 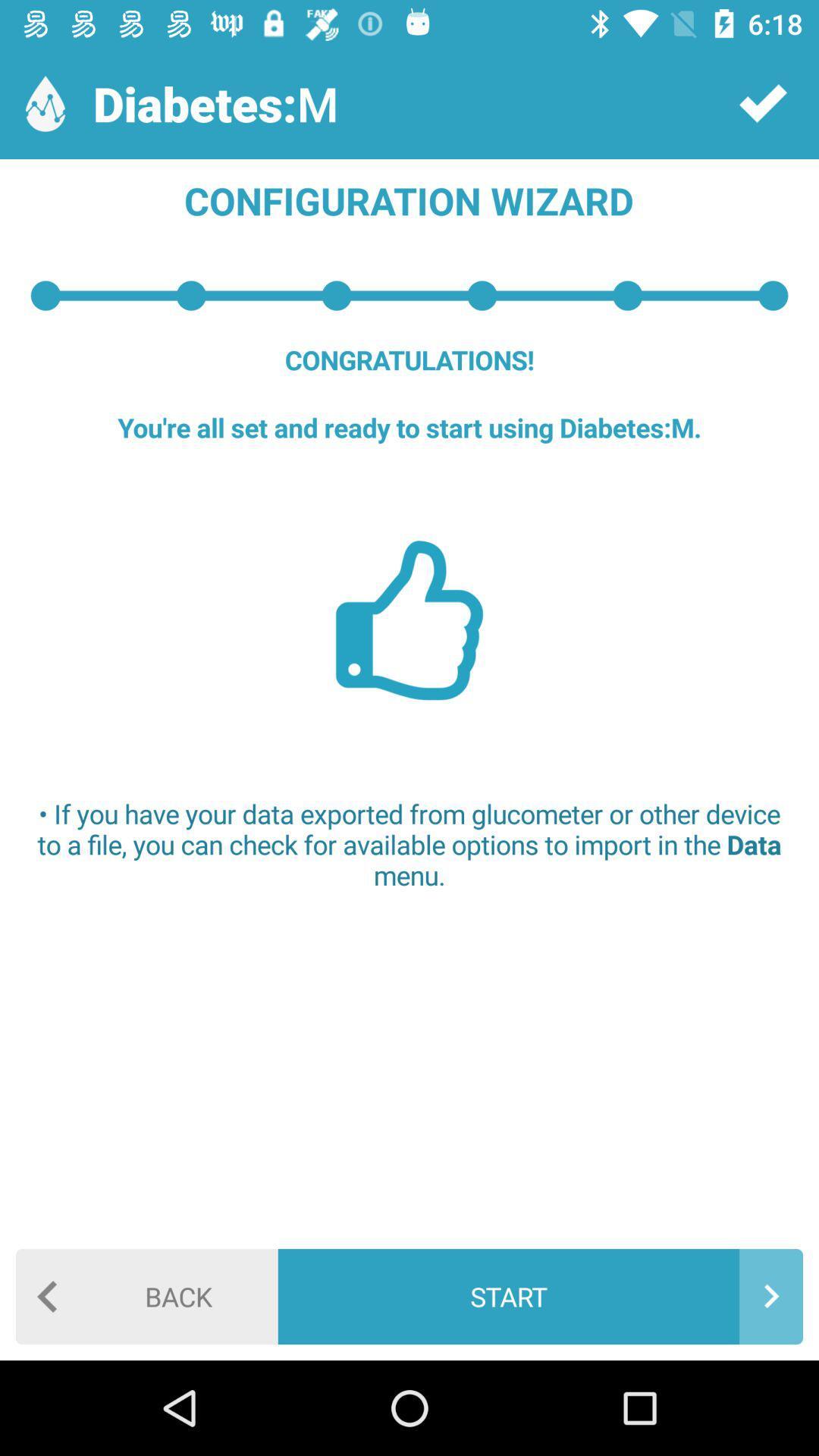 I want to click on the item below the if you have item, so click(x=146, y=1295).